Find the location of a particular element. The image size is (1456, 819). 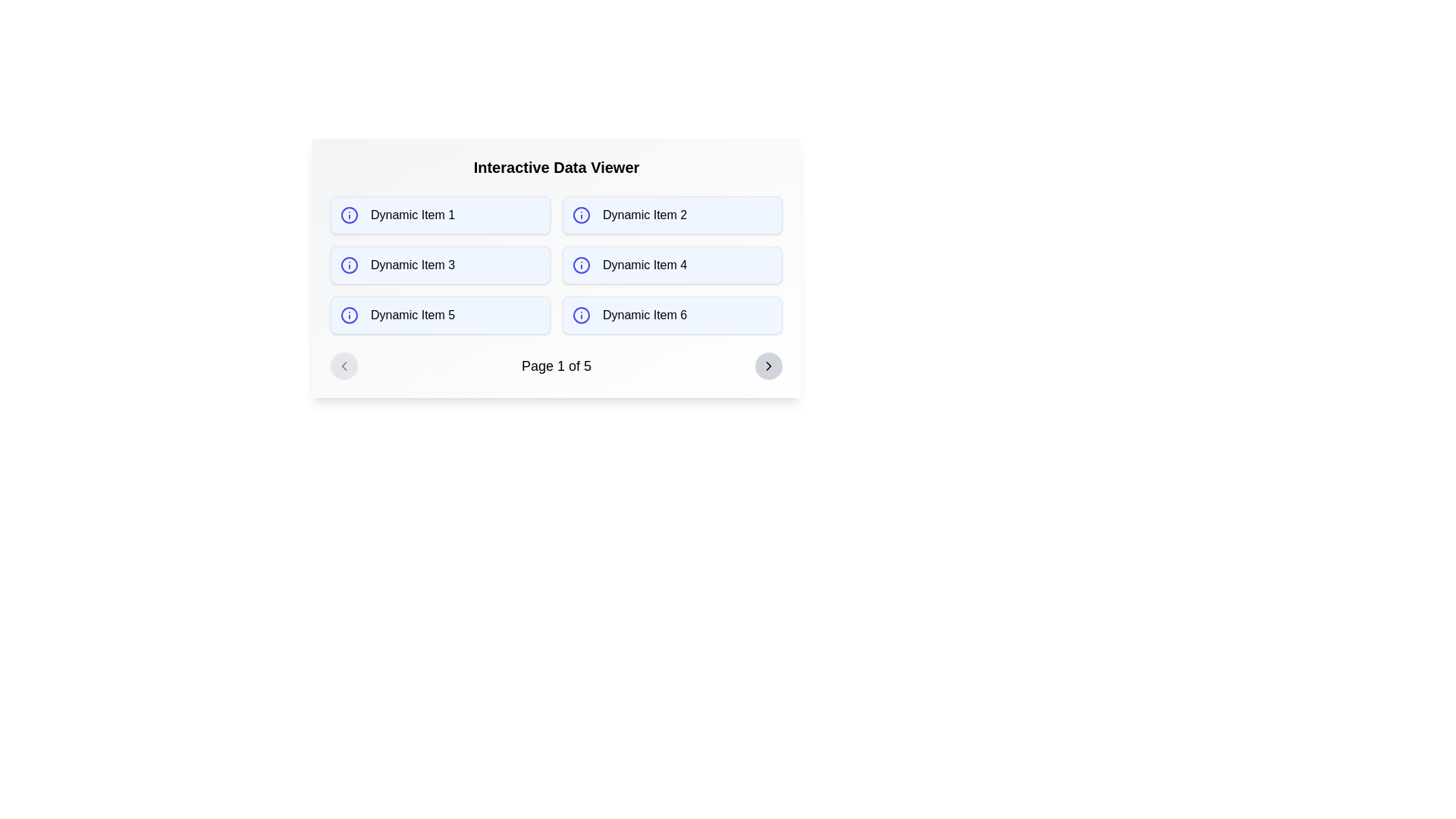

the right-pointing chevron icon inside the circular button located in the bottom-right corner of the interface to receive visual feedback is located at coordinates (768, 366).